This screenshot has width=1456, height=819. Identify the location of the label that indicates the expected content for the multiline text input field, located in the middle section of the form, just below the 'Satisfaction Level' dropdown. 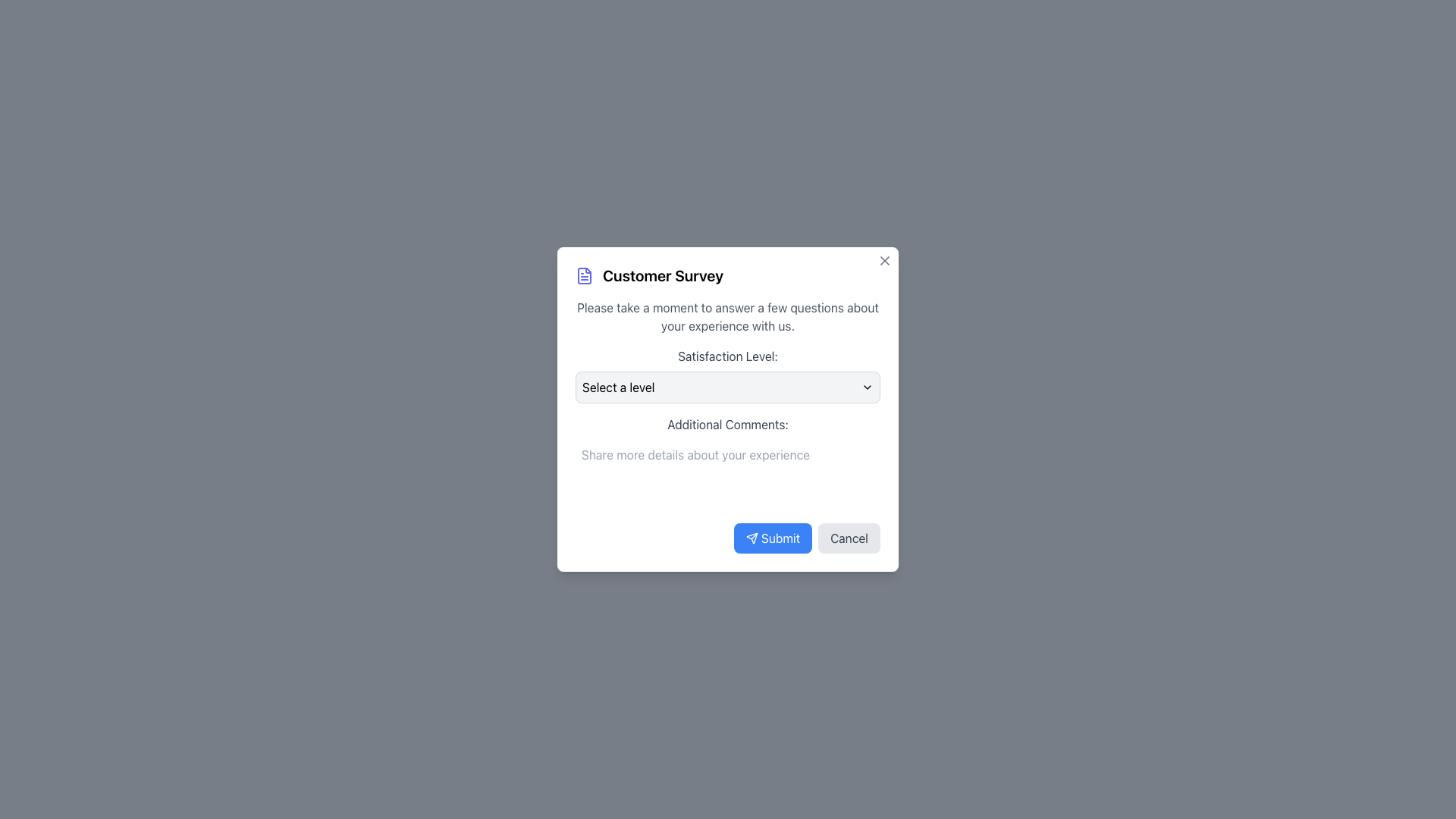
(728, 424).